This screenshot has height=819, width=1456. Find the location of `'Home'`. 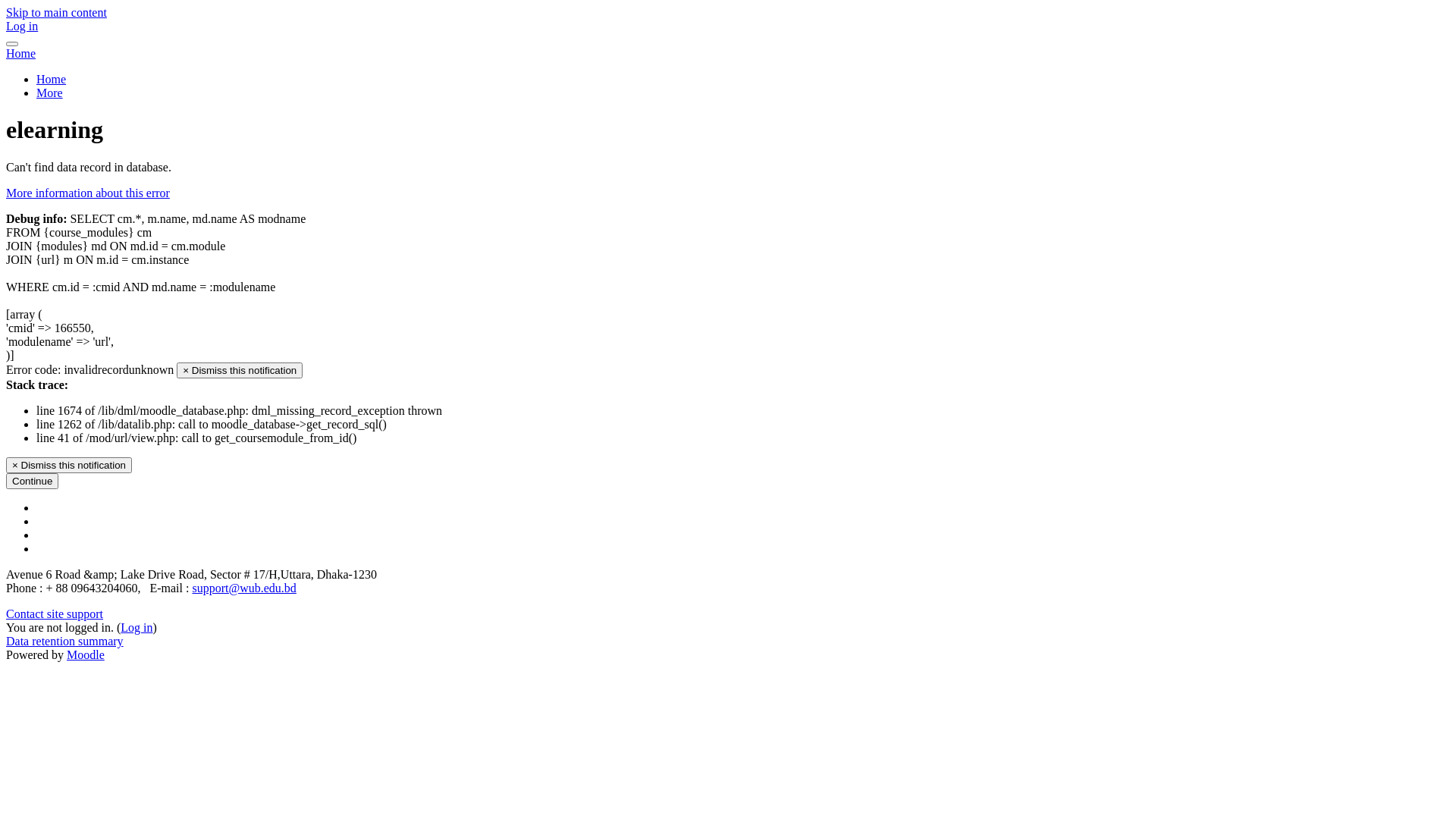

'Home' is located at coordinates (20, 52).